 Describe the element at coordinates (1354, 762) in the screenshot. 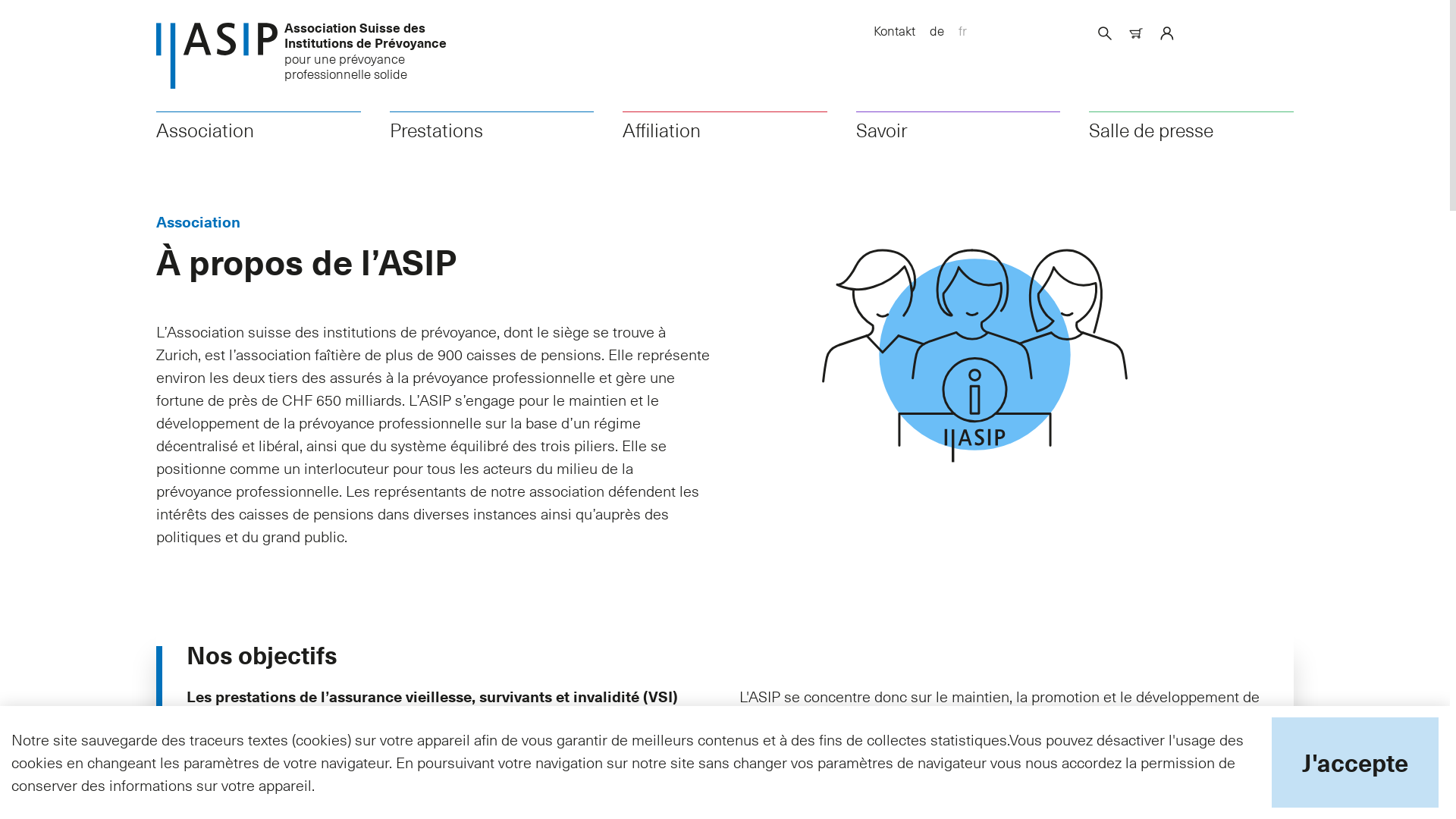

I see `'J'accepte'` at that location.